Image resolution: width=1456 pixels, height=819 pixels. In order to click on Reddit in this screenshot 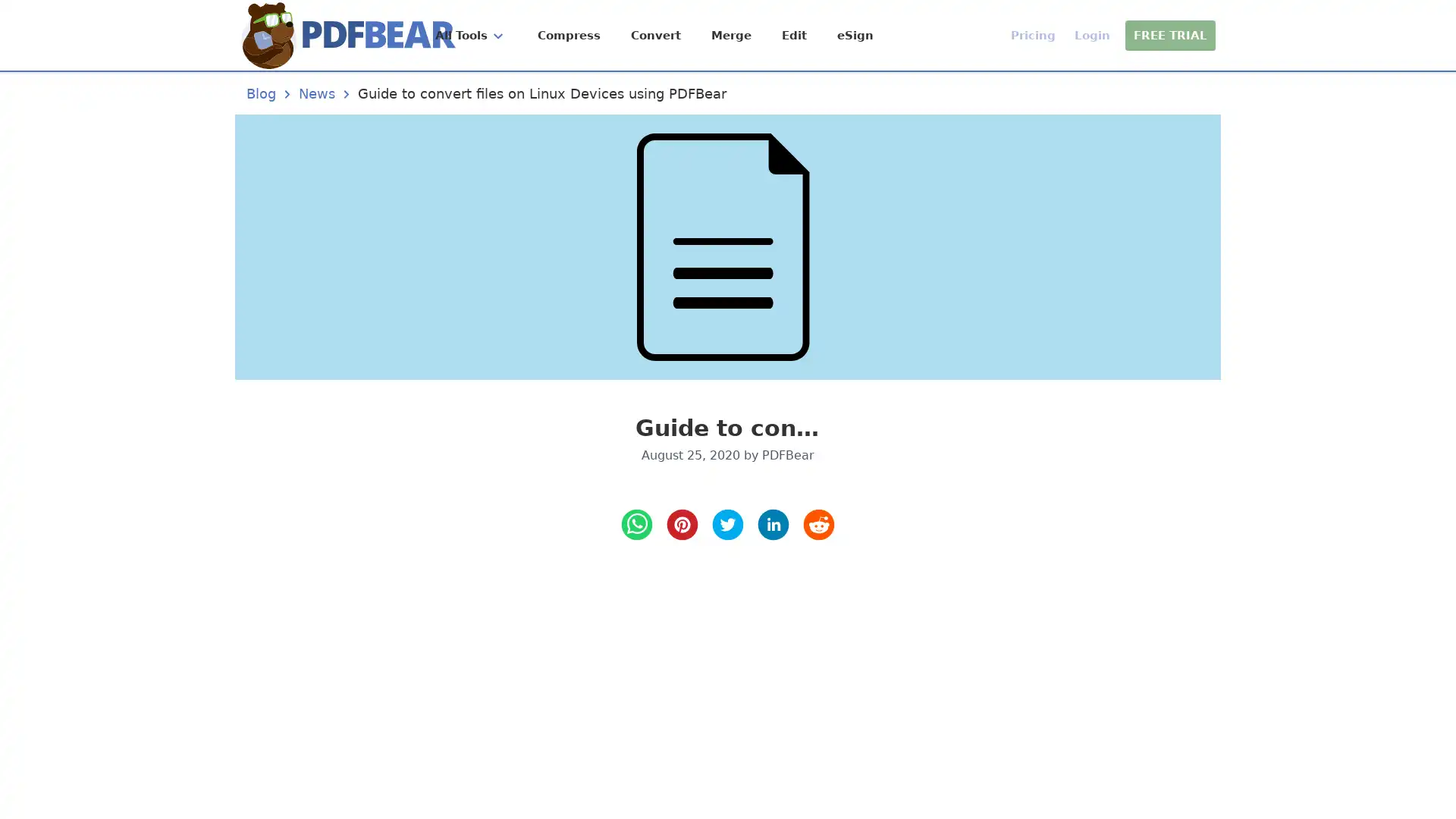, I will do `click(818, 523)`.